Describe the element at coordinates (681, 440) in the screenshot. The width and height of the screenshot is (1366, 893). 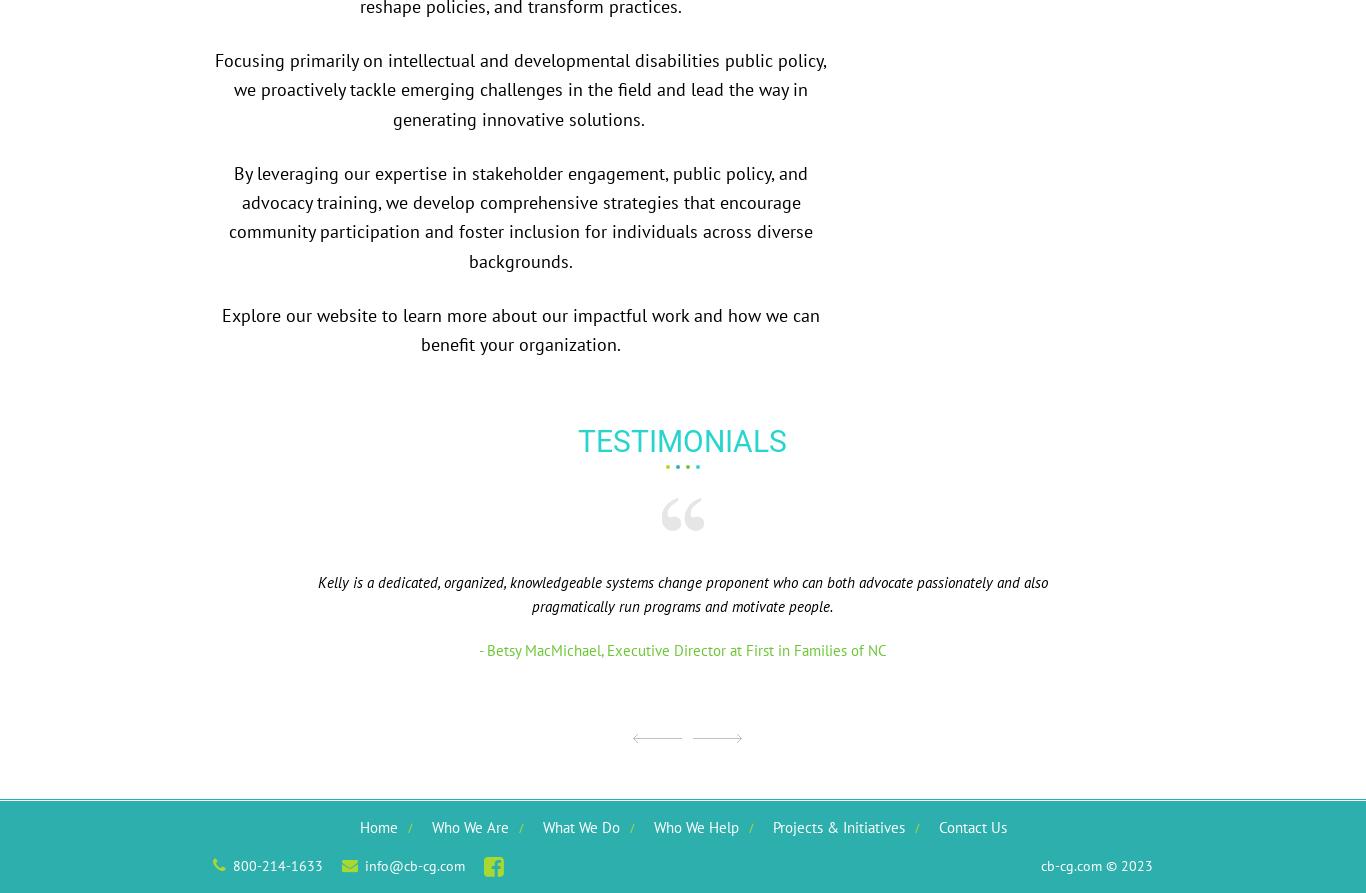
I see `'Testimonials'` at that location.